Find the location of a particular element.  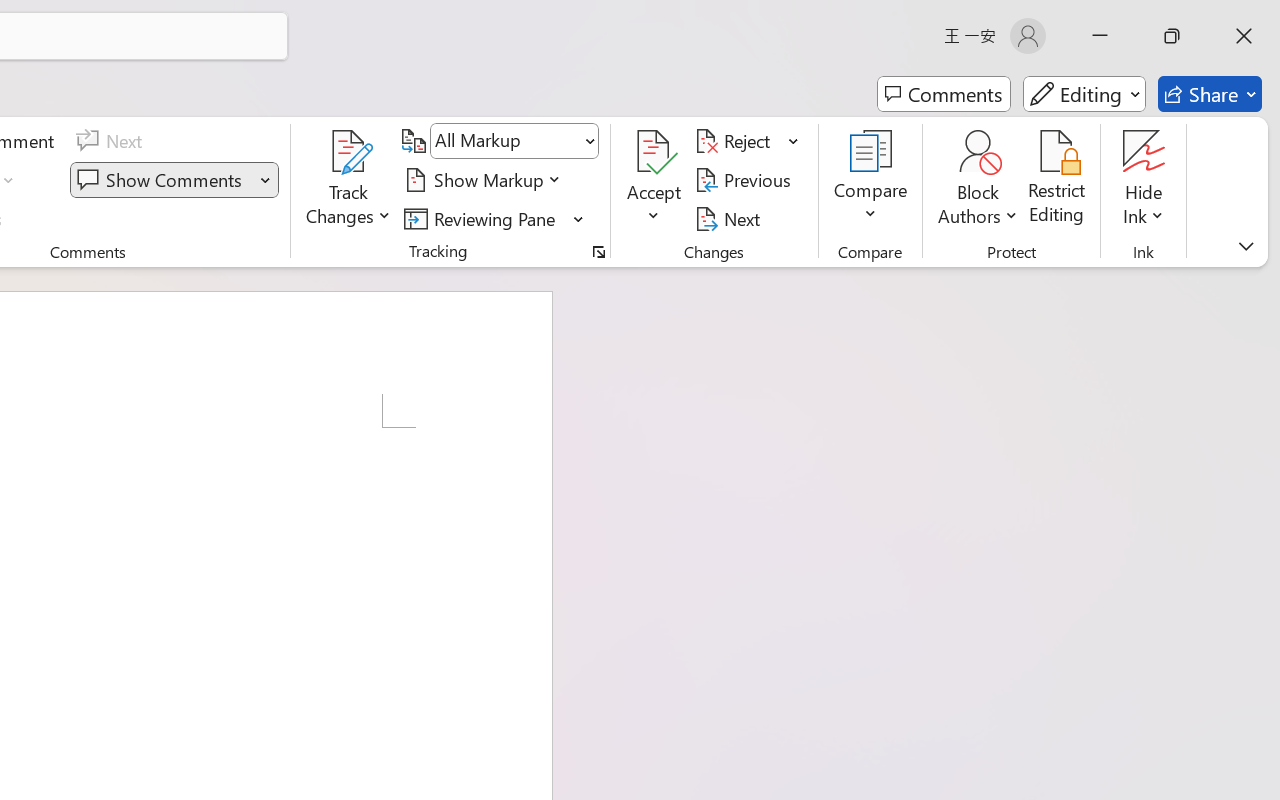

'Show Comments' is located at coordinates (174, 179).